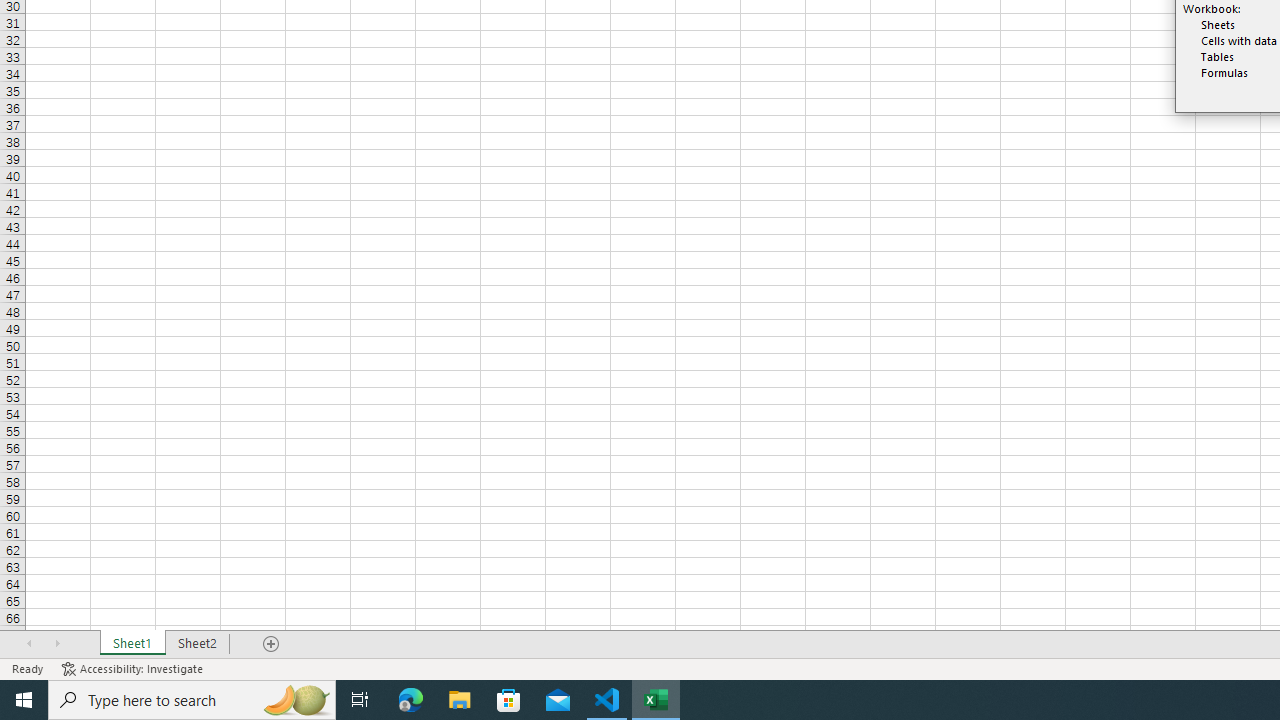 The image size is (1280, 720). I want to click on 'Accessibility Checker Accessibility: Investigate', so click(133, 669).